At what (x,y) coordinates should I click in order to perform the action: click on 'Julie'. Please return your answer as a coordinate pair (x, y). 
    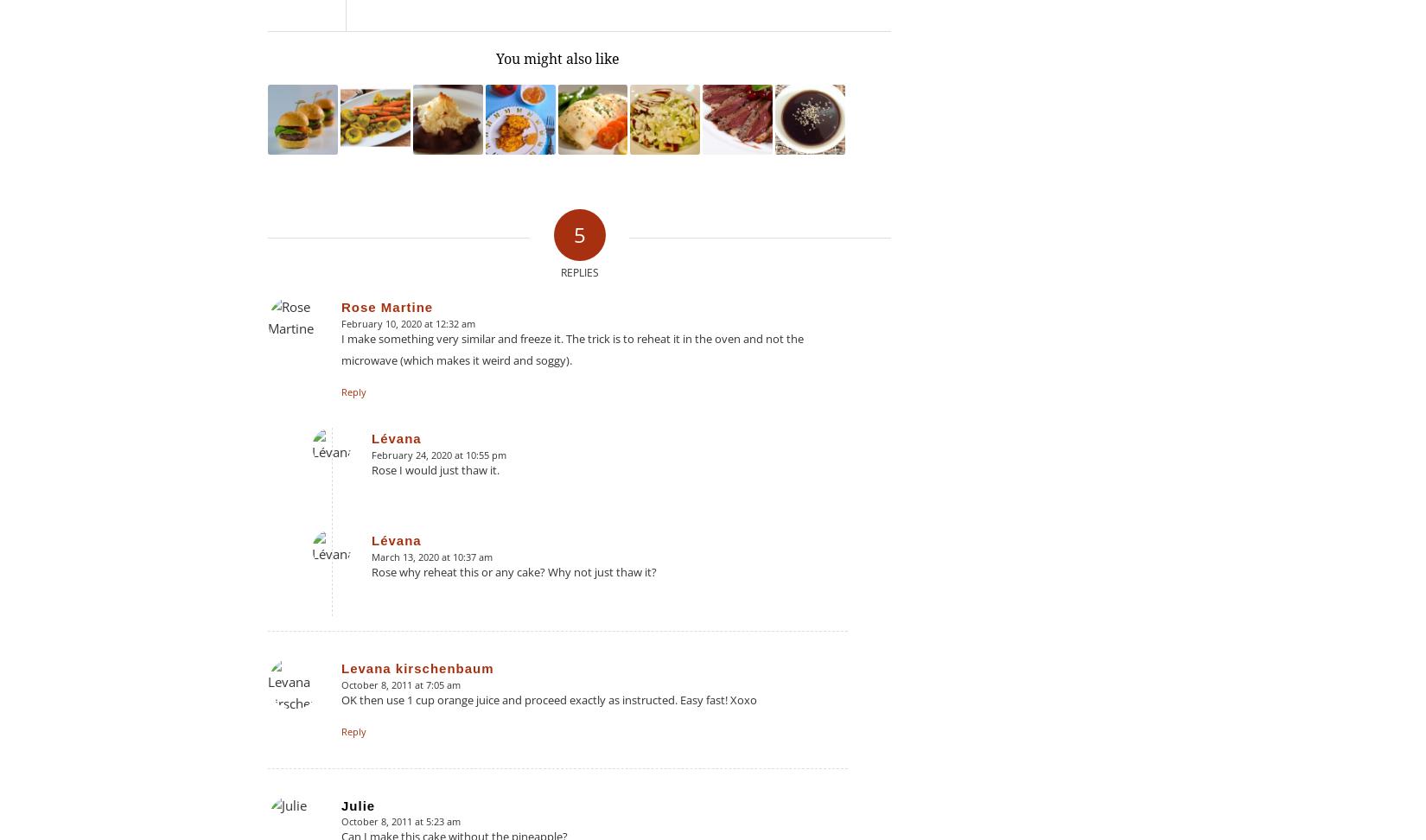
    Looking at the image, I should click on (357, 804).